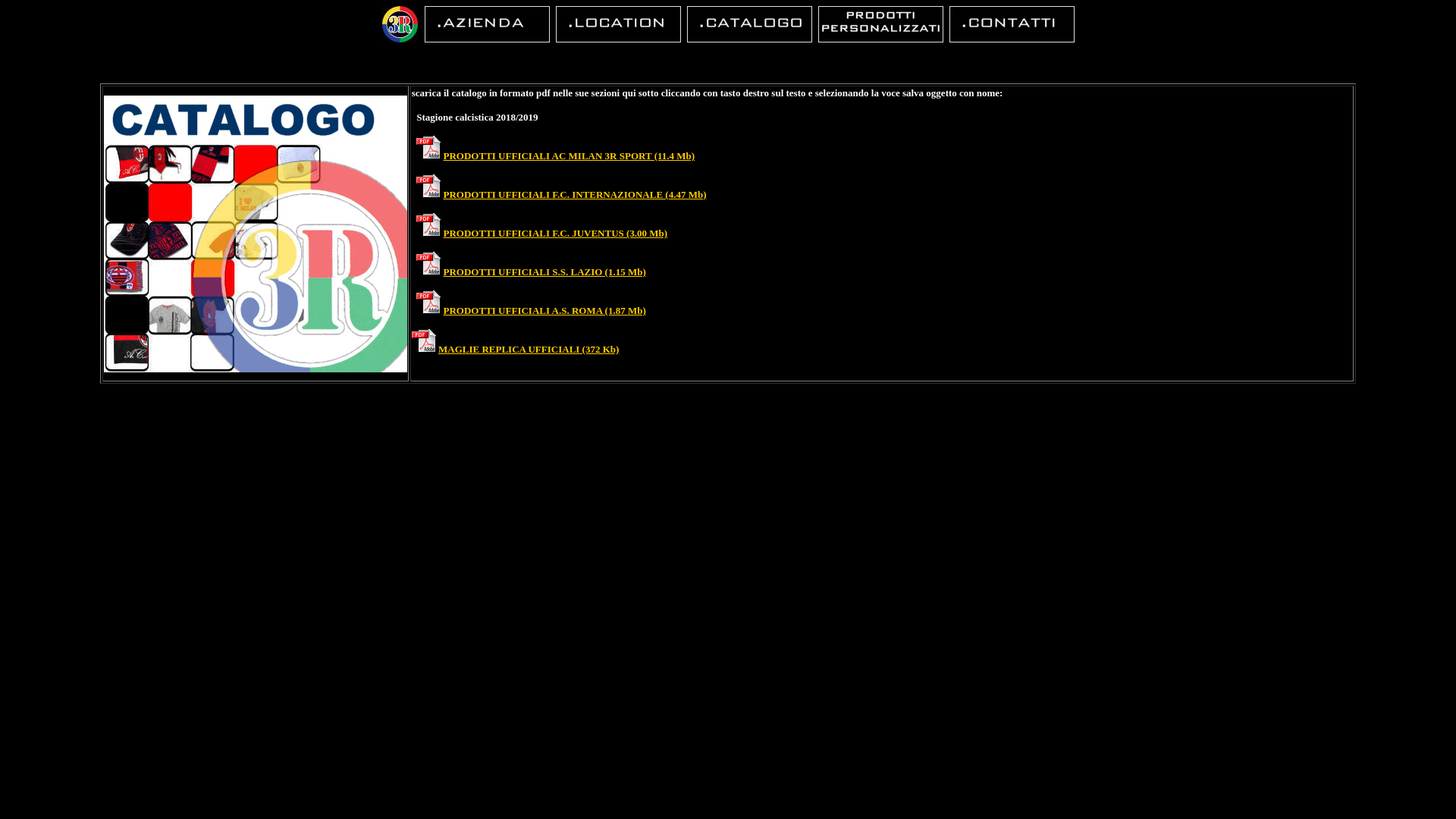 The height and width of the screenshot is (819, 1456). I want to click on 'PRODOTTI UFFICIALI F.C. INTERNAZIONALE (4.47 Mb)', so click(574, 193).